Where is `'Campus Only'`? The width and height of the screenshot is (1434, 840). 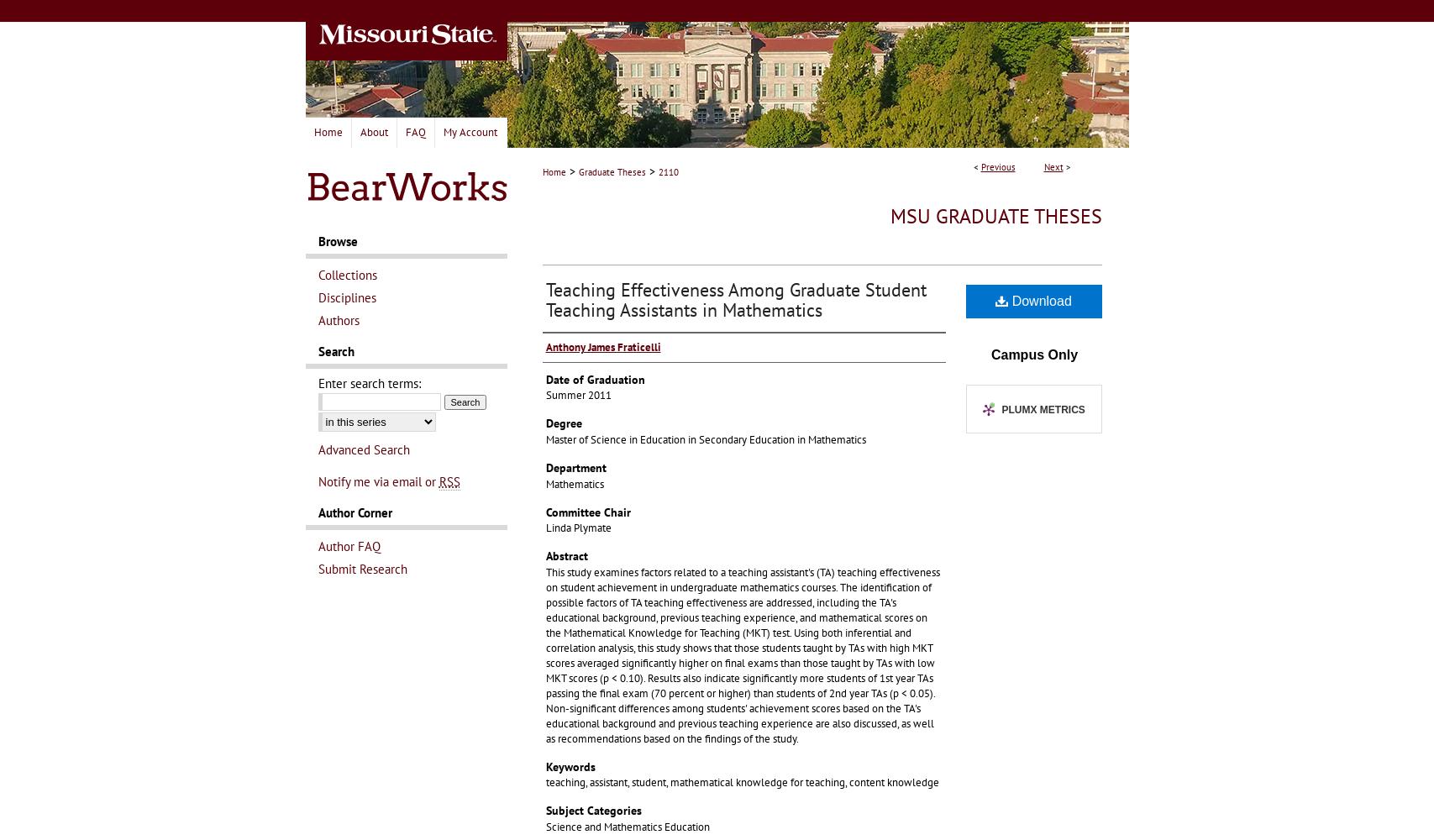 'Campus Only' is located at coordinates (1032, 354).